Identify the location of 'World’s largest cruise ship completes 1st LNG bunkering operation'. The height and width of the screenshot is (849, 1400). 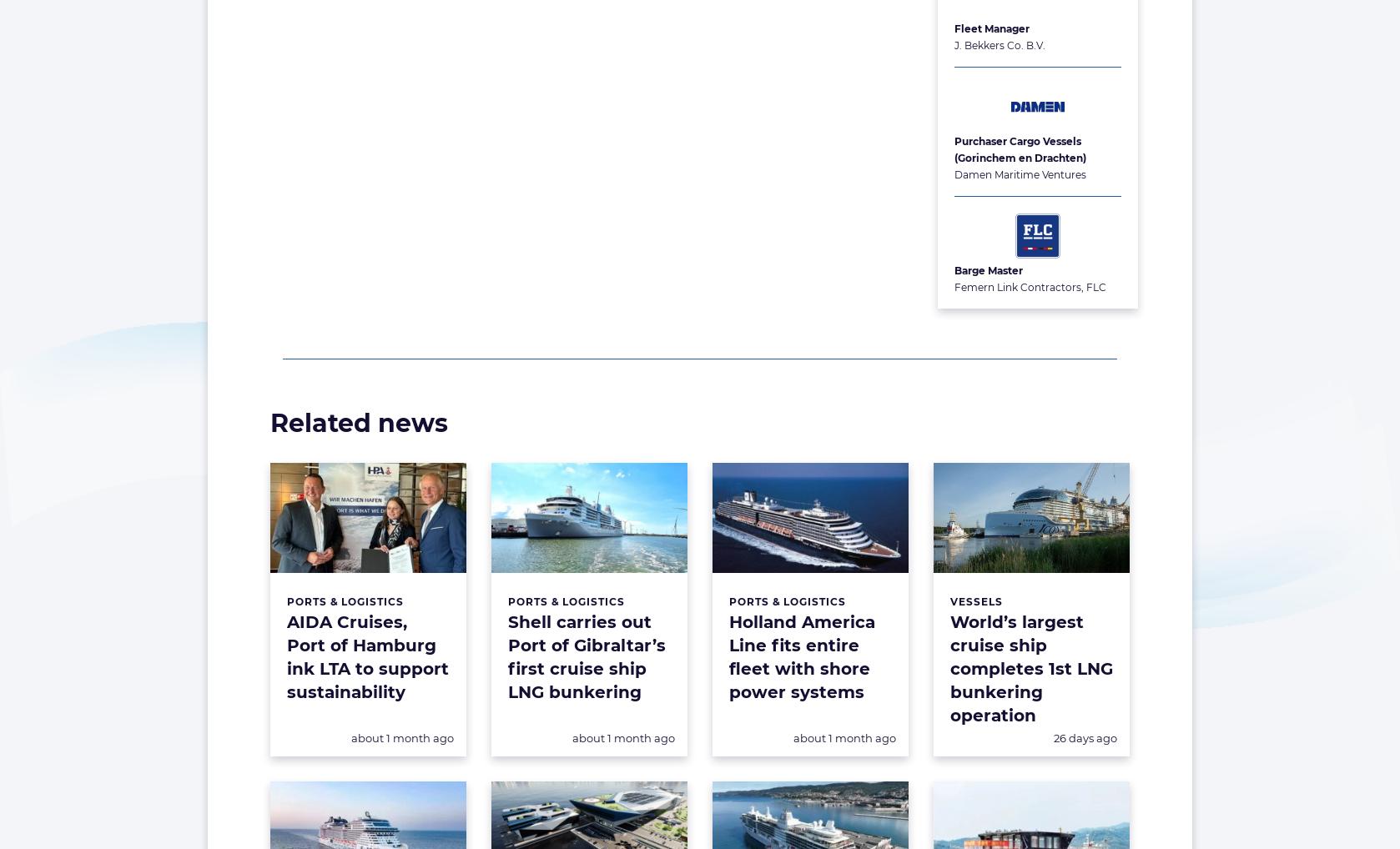
(1031, 668).